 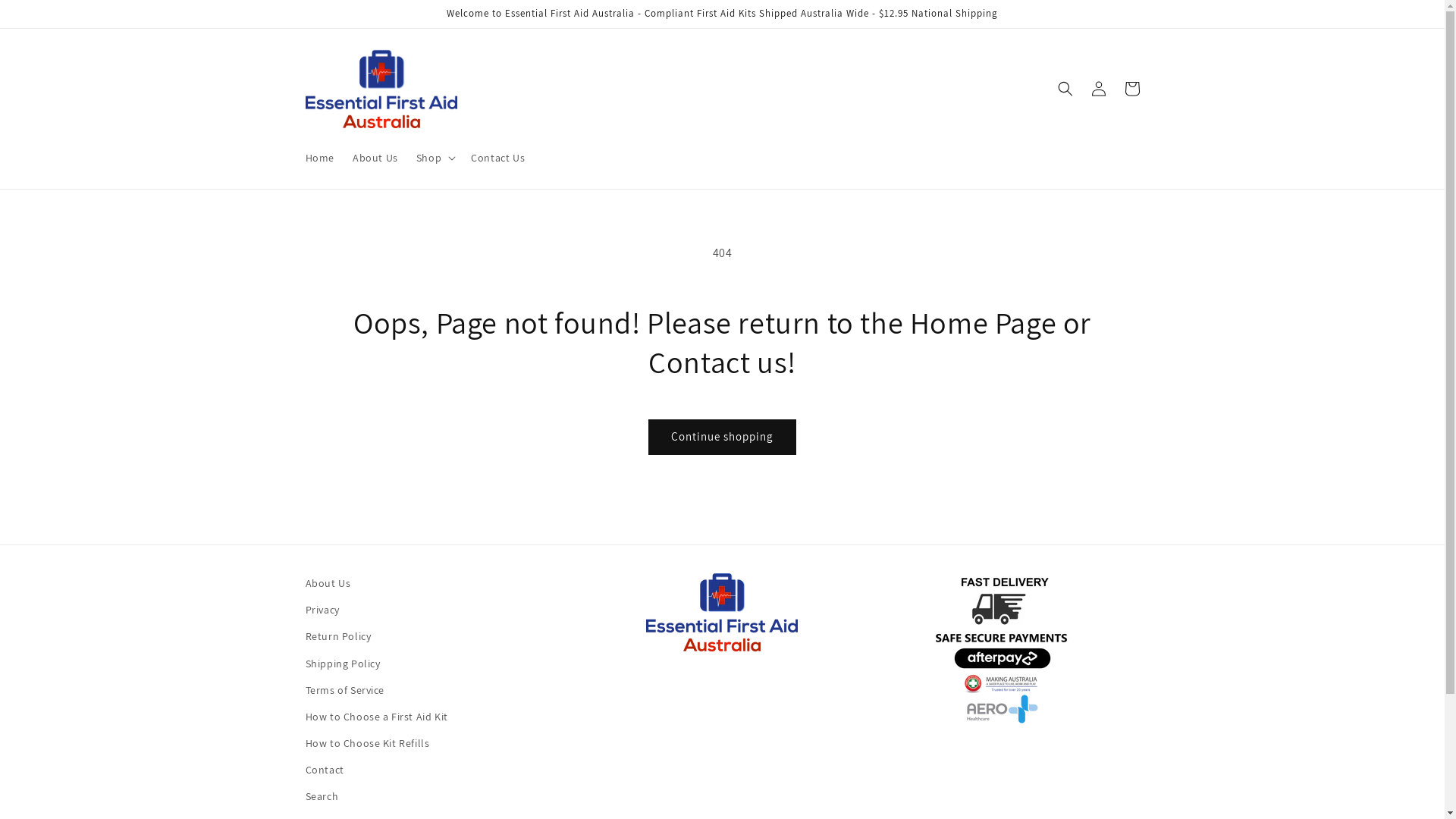 I want to click on 'How to Choose a First Aid Kit', so click(x=375, y=717).